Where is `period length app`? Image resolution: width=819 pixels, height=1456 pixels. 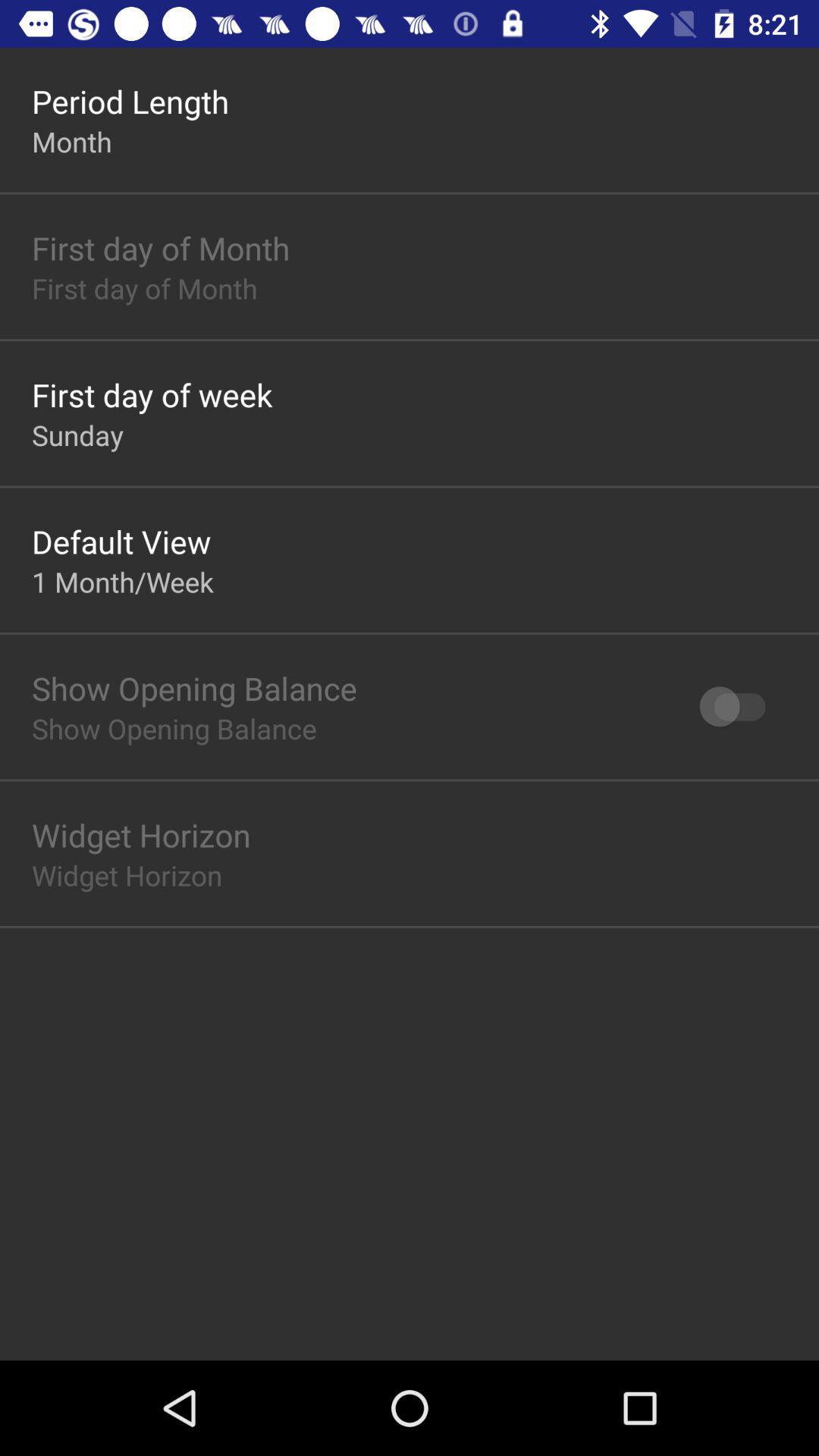
period length app is located at coordinates (130, 100).